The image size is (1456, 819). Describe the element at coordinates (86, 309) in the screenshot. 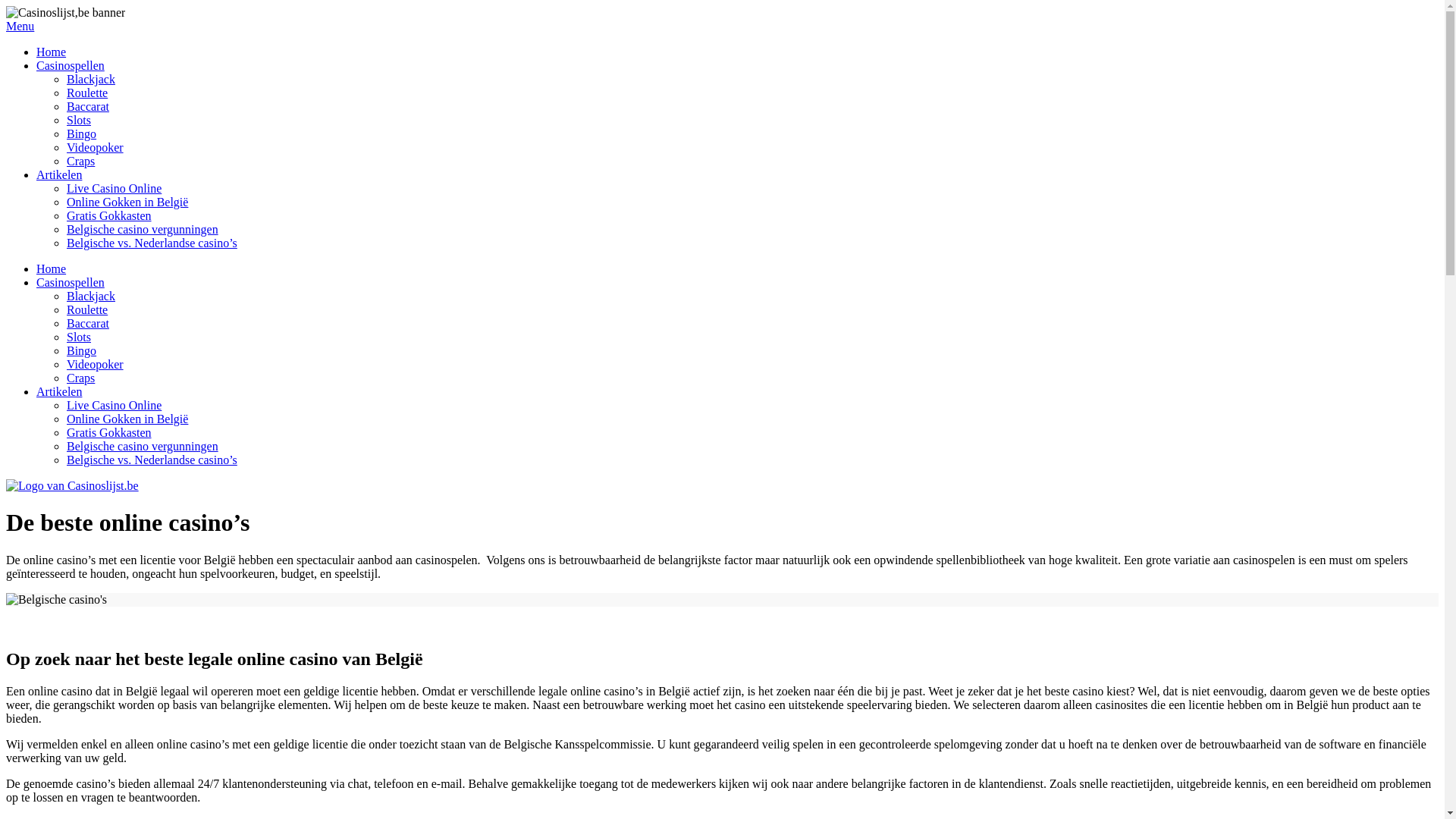

I see `'Roulette'` at that location.